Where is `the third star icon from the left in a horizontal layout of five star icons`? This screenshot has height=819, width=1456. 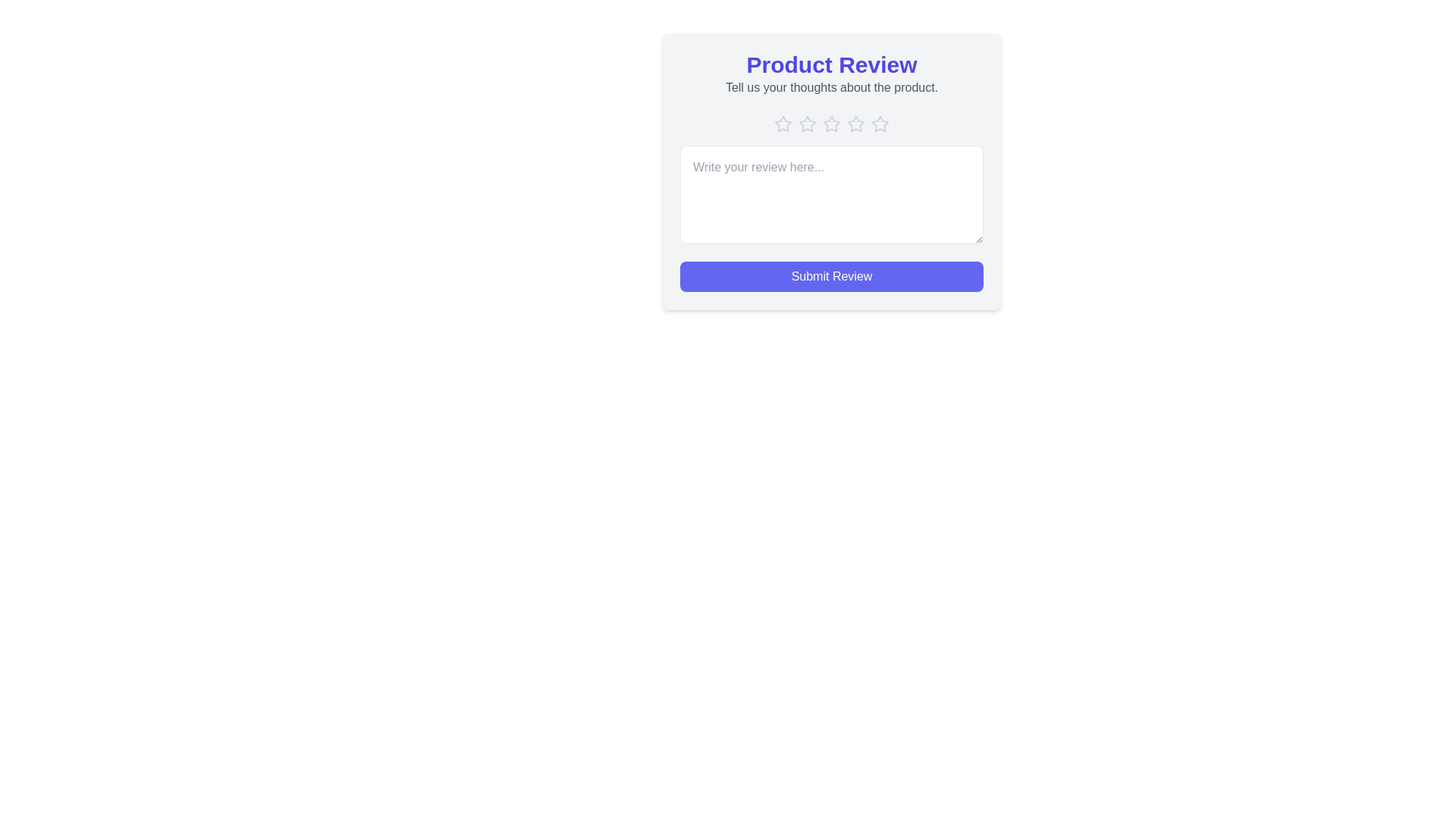 the third star icon from the left in a horizontal layout of five star icons is located at coordinates (807, 124).